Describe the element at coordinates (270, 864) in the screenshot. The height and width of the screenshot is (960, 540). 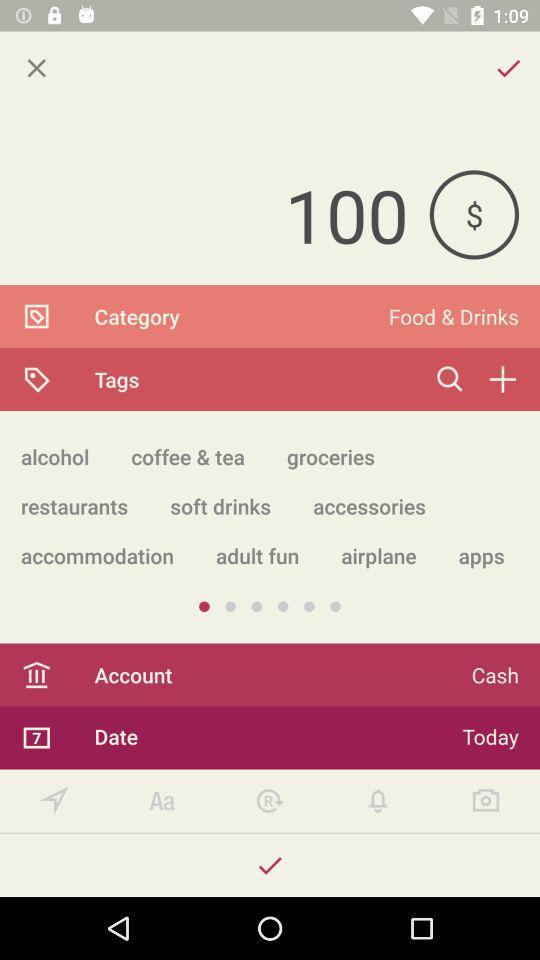
I see `confirm` at that location.